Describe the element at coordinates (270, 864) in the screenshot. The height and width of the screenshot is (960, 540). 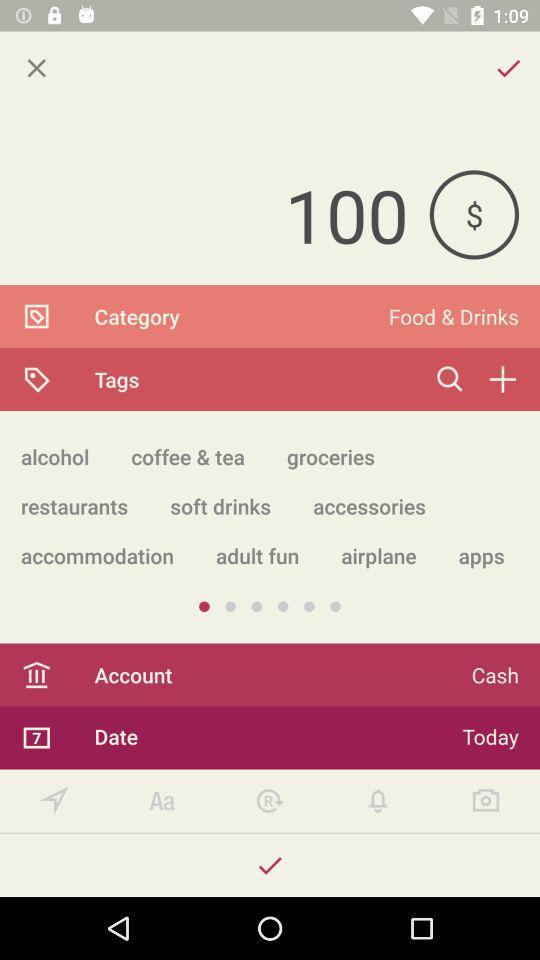
I see `confirm` at that location.